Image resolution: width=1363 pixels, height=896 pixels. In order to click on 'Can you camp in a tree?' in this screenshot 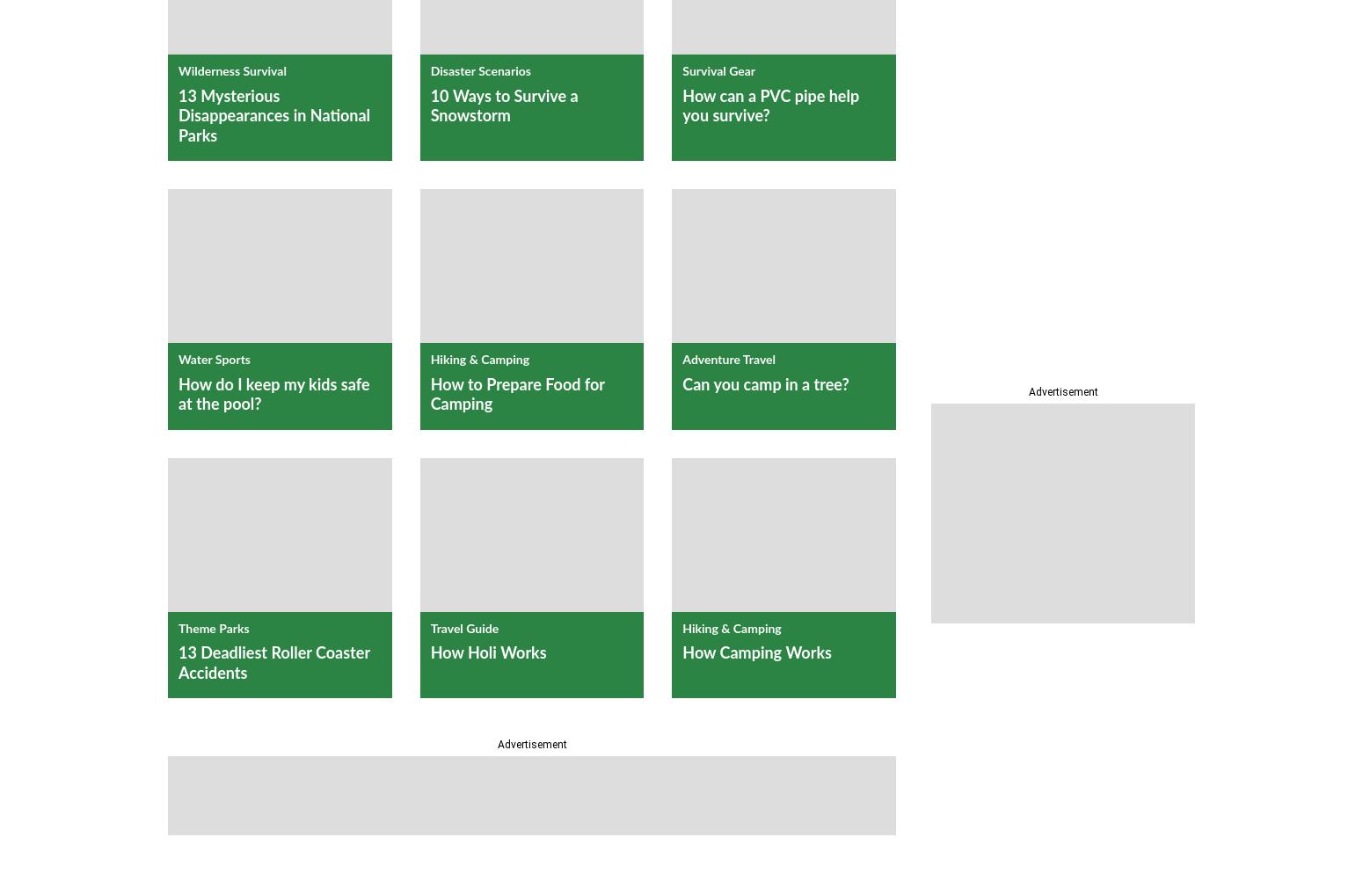, I will do `click(765, 384)`.